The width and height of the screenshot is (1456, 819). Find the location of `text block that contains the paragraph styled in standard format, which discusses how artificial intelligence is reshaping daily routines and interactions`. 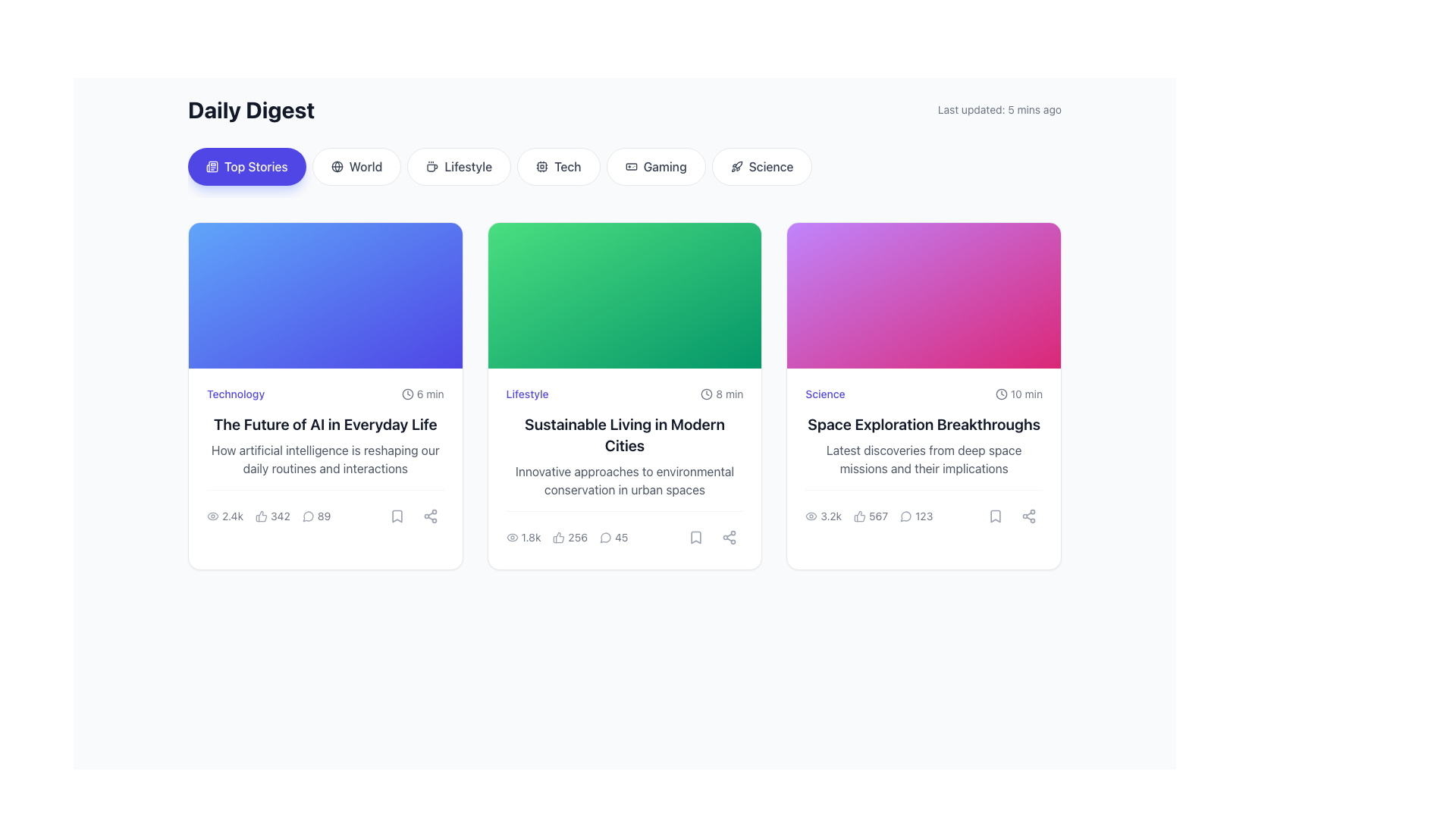

text block that contains the paragraph styled in standard format, which discusses how artificial intelligence is reshaping daily routines and interactions is located at coordinates (325, 458).